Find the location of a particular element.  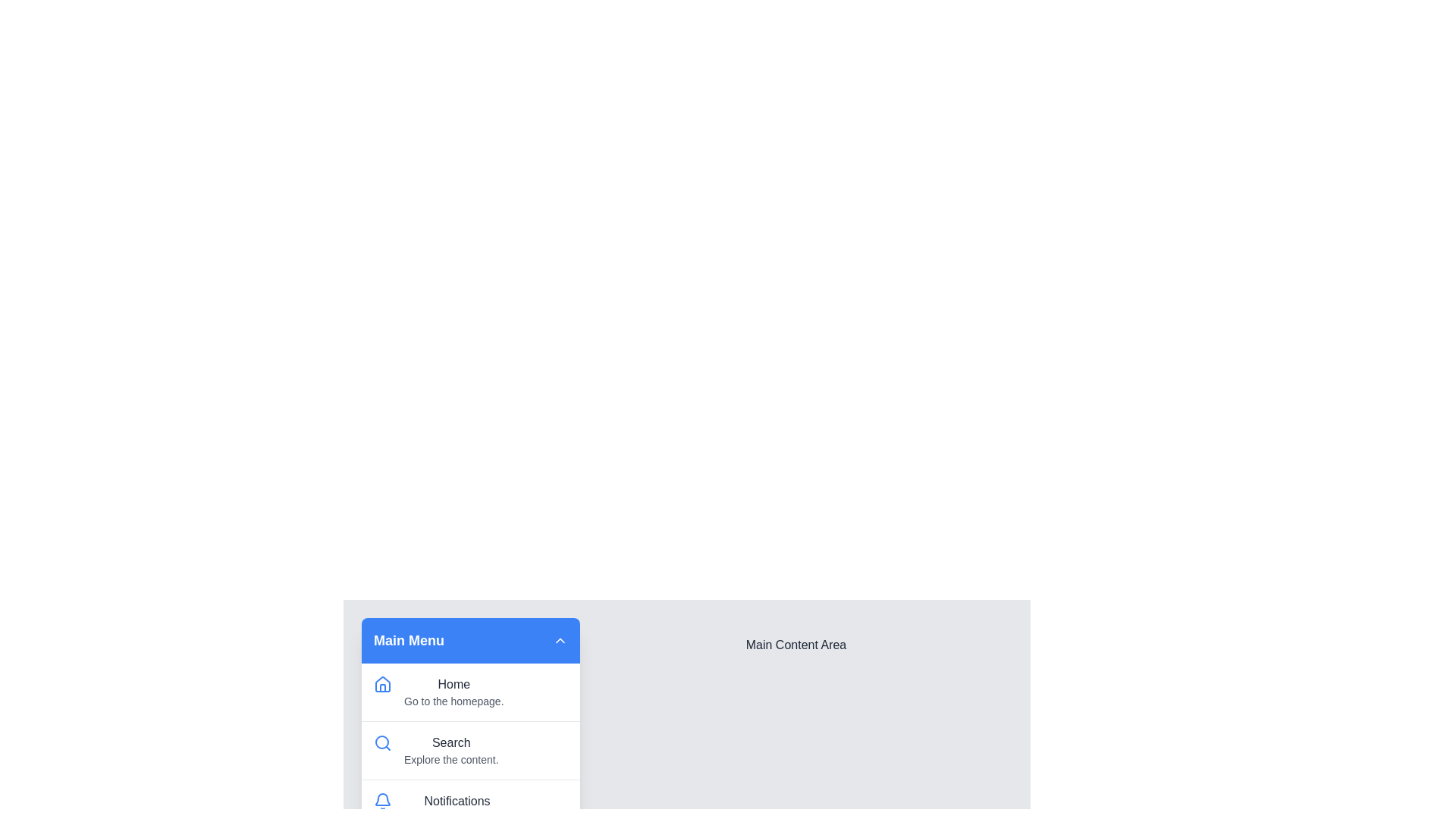

the menu item Home to highlight it is located at coordinates (454, 681).